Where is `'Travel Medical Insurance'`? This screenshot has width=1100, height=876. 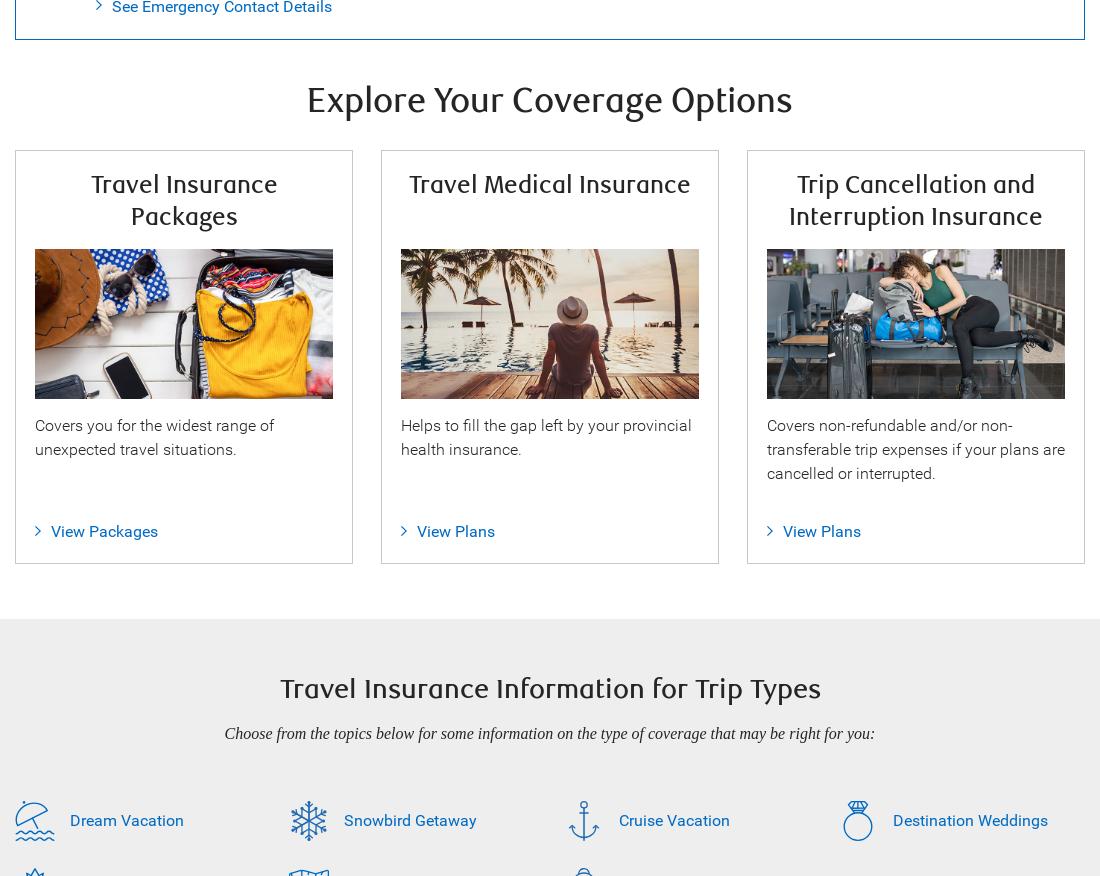 'Travel Medical Insurance' is located at coordinates (549, 184).